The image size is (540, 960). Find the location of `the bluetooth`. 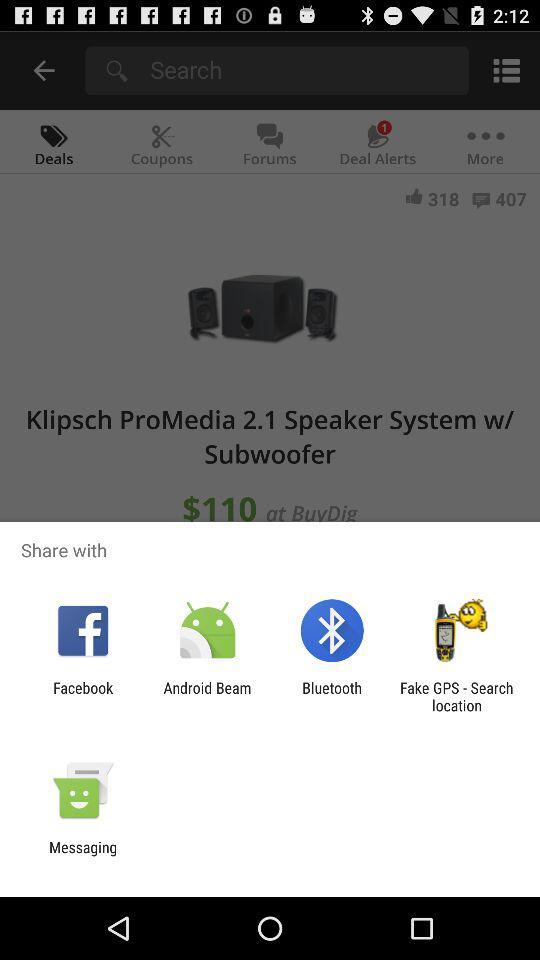

the bluetooth is located at coordinates (332, 696).